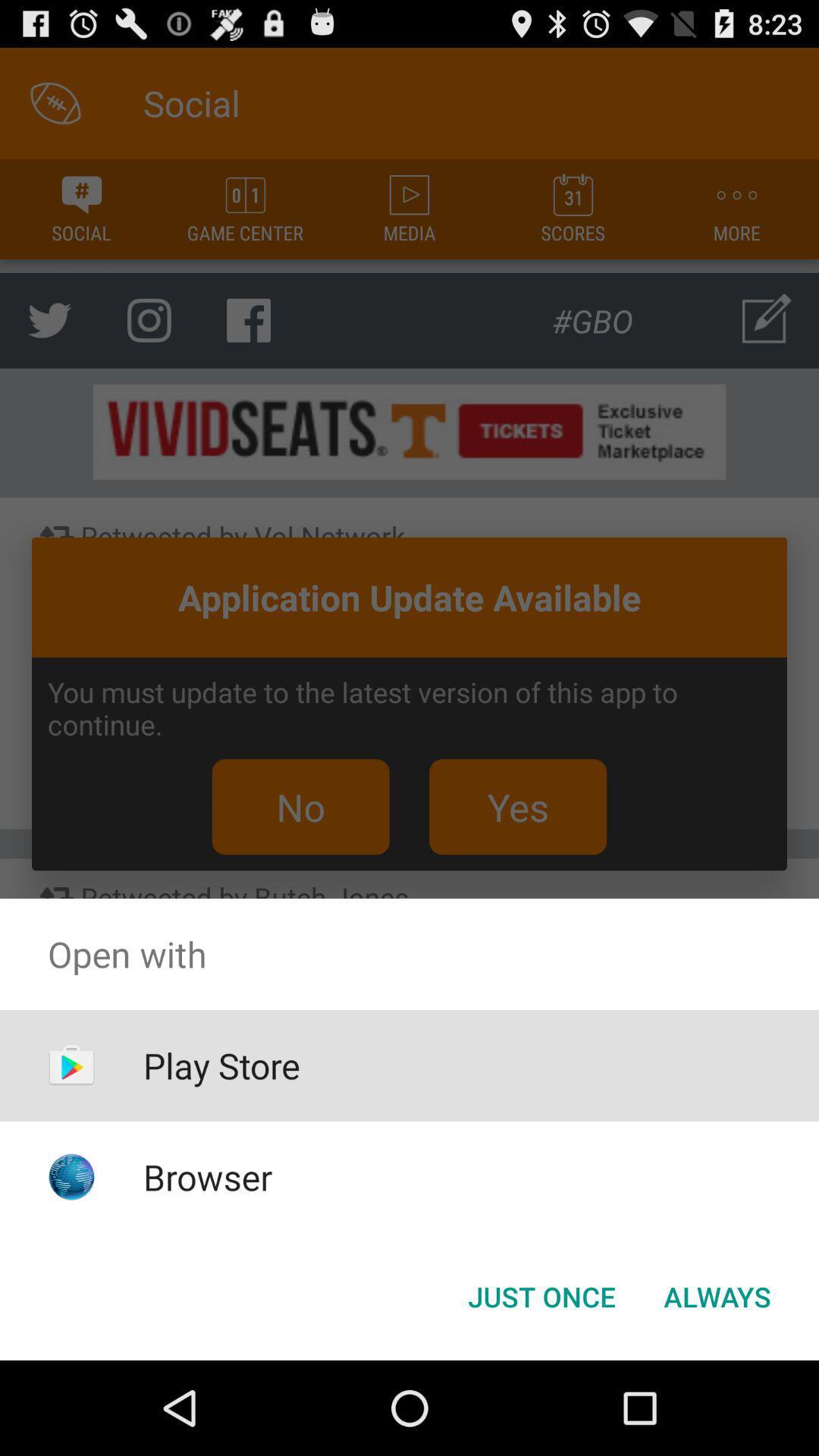  Describe the element at coordinates (221, 1065) in the screenshot. I see `the play store icon` at that location.